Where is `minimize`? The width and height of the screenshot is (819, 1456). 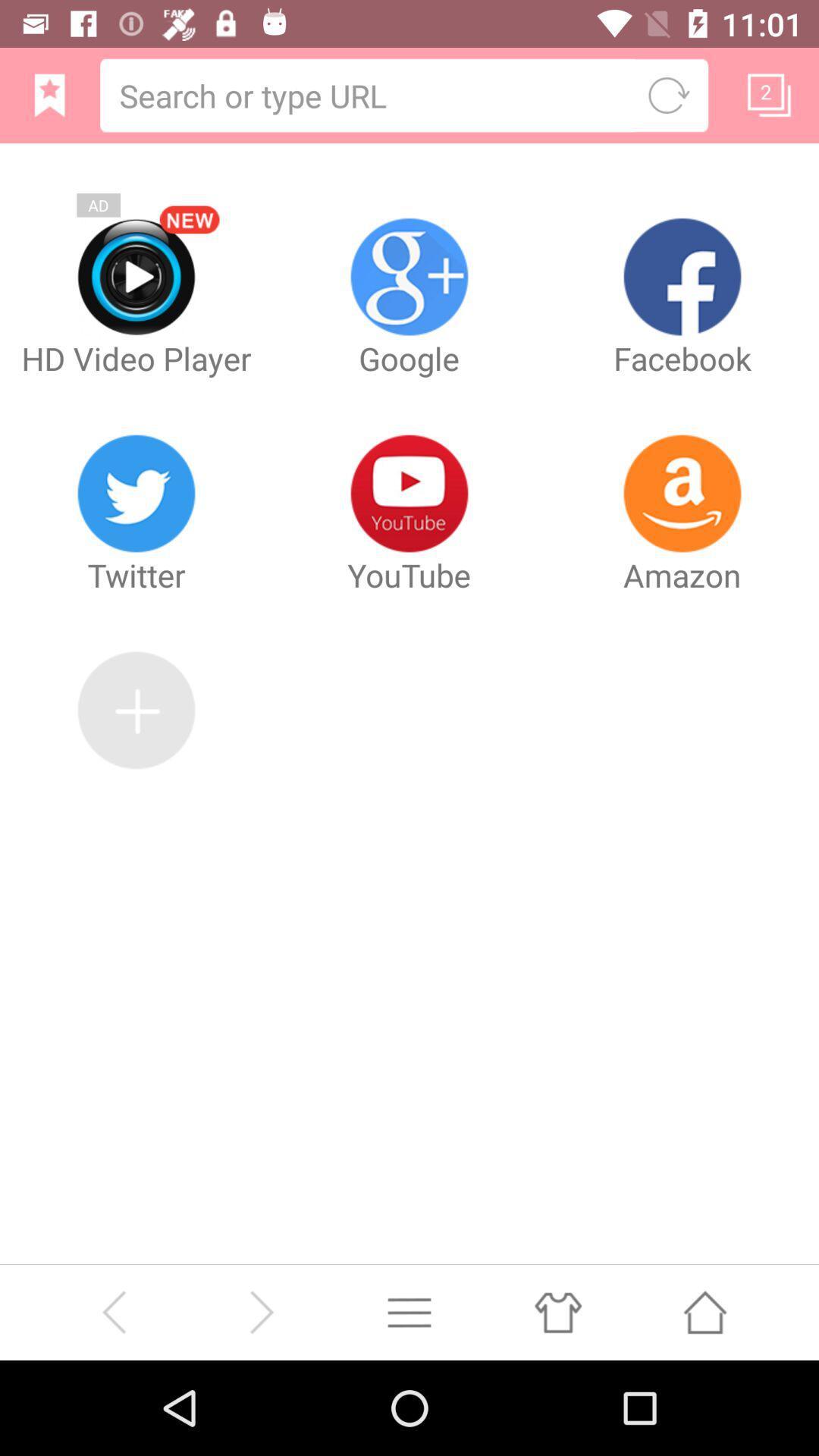 minimize is located at coordinates (409, 1311).